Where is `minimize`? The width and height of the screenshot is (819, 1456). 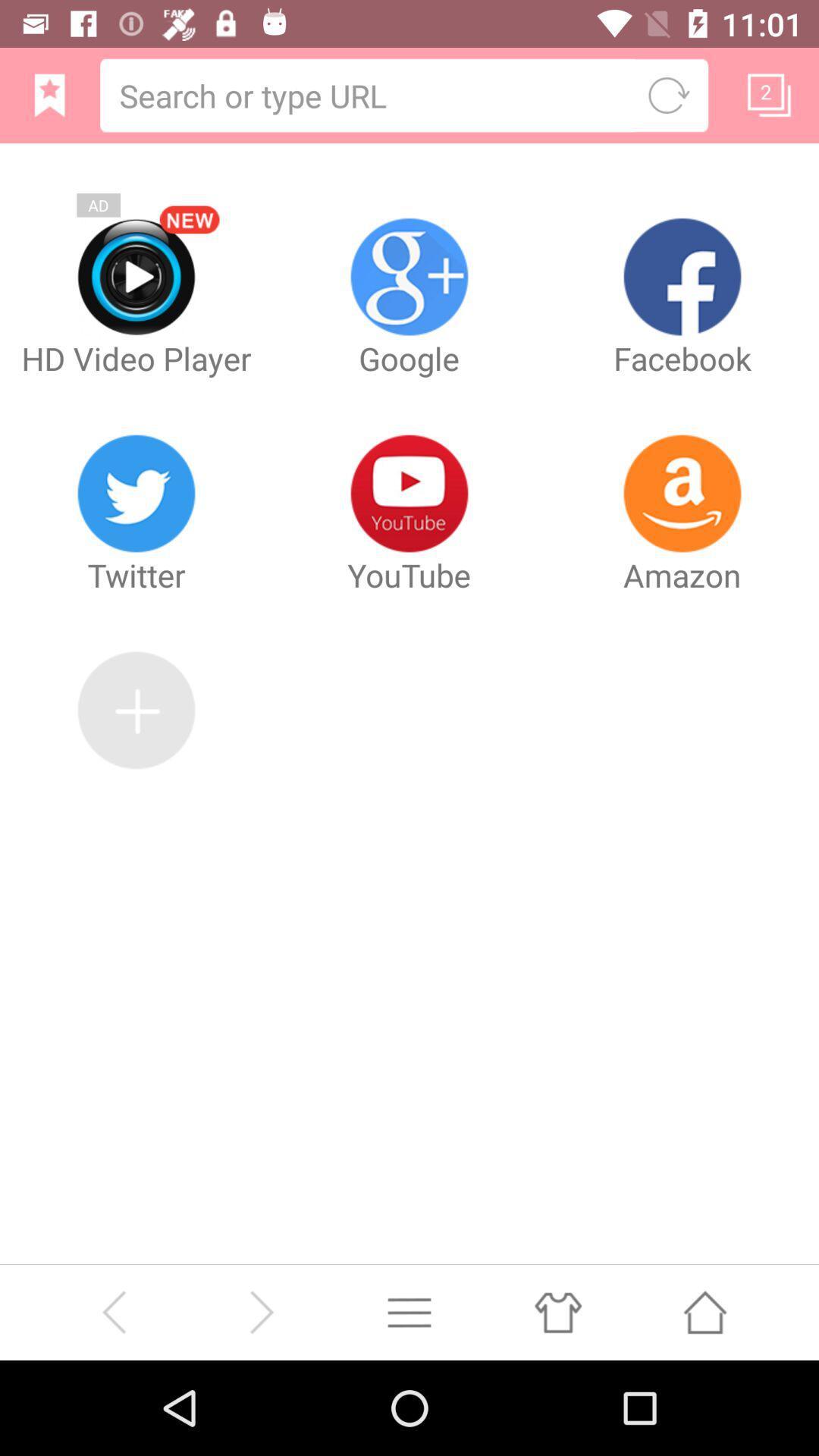 minimize is located at coordinates (409, 1311).